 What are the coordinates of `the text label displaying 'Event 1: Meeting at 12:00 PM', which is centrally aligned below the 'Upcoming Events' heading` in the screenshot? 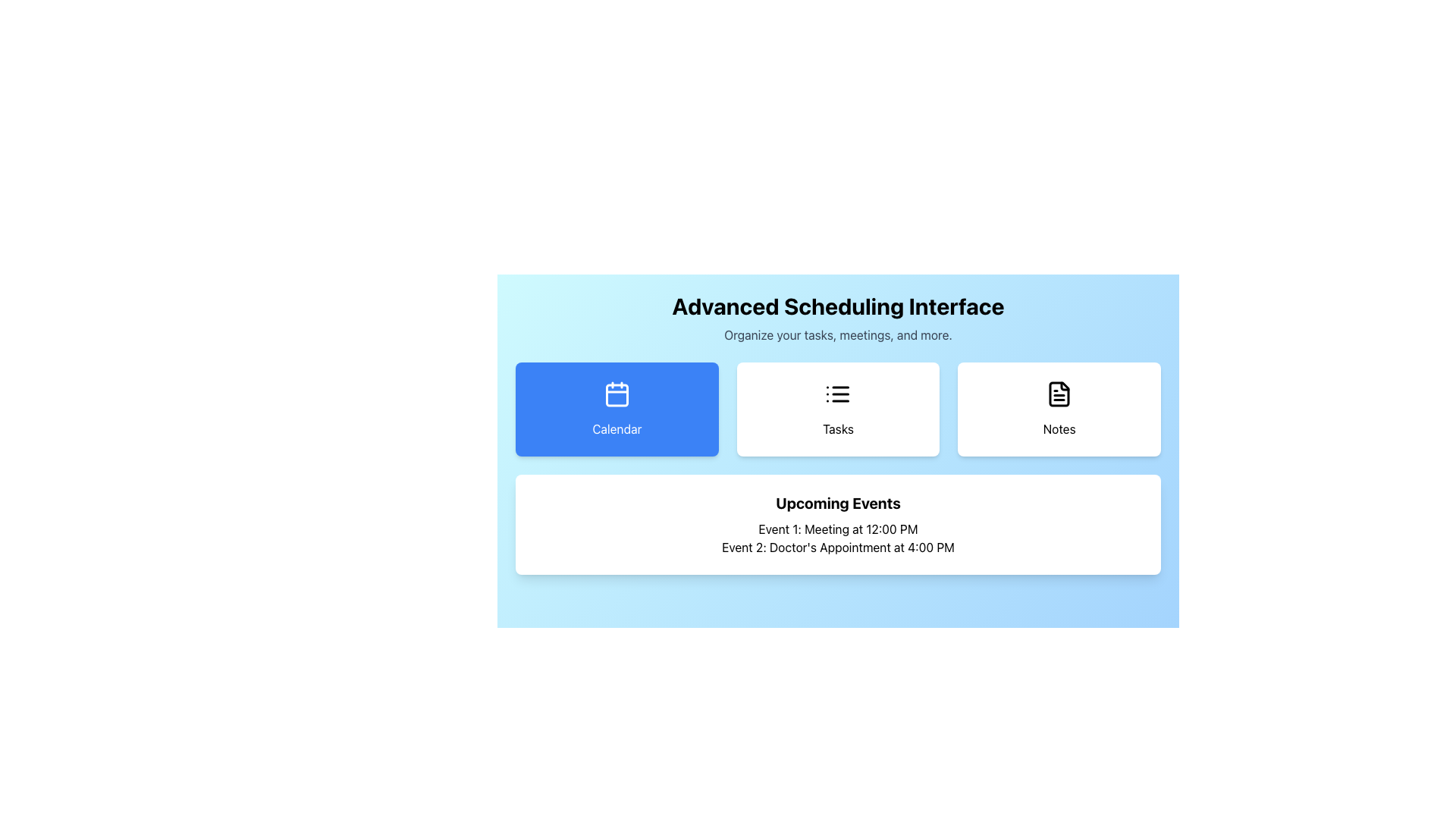 It's located at (837, 529).